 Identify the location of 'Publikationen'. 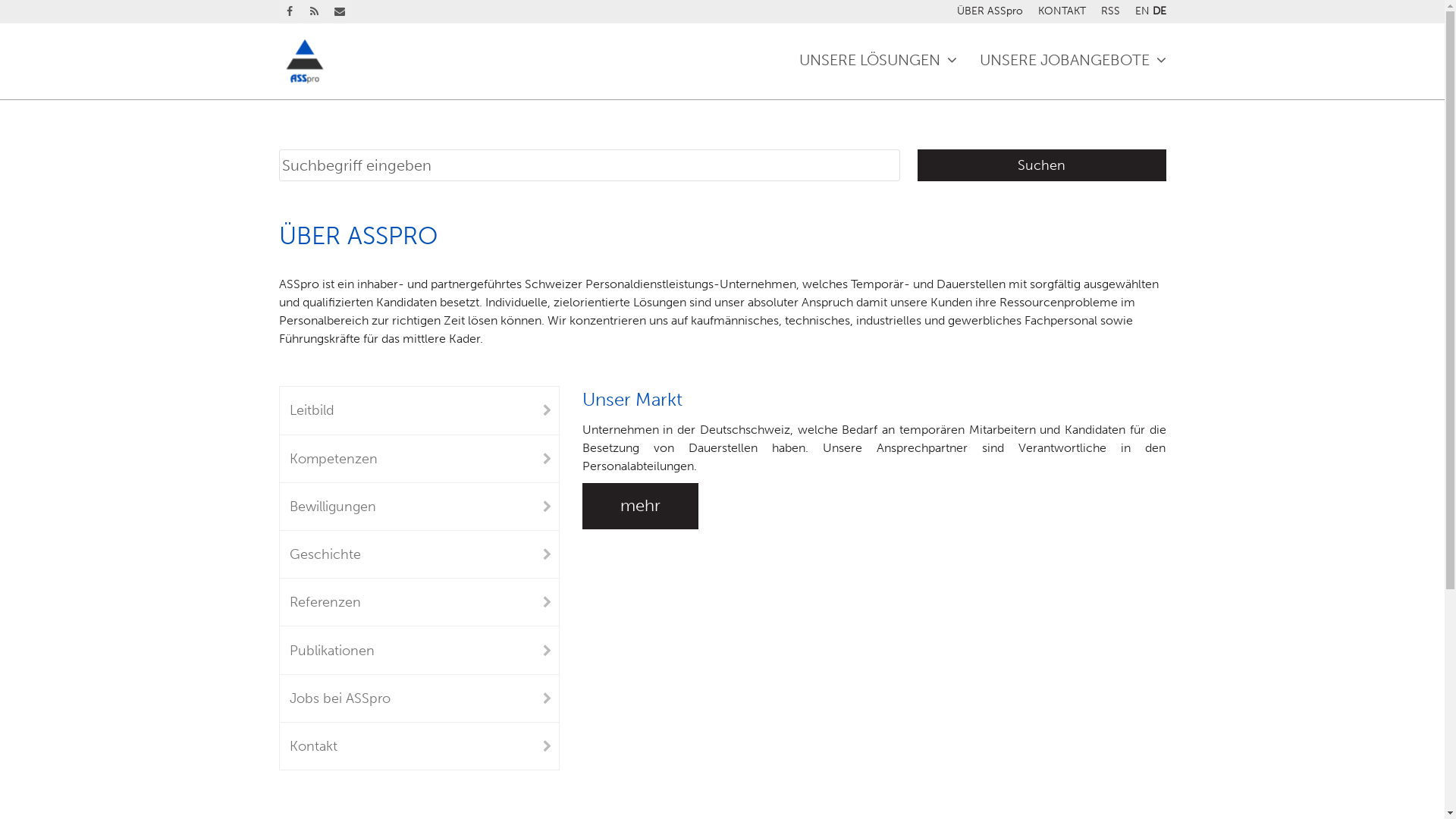
(419, 648).